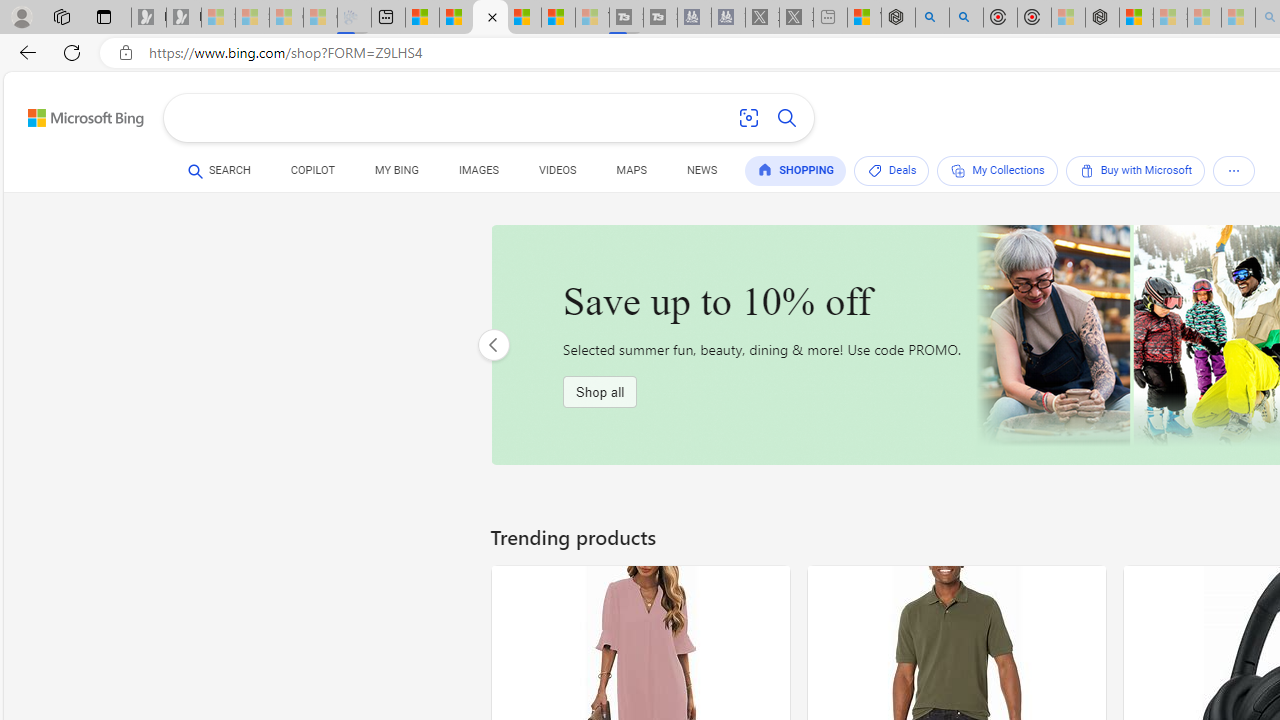  What do you see at coordinates (625, 17) in the screenshot?
I see `'Streaming Coverage | T3 - Sleeping'` at bounding box center [625, 17].